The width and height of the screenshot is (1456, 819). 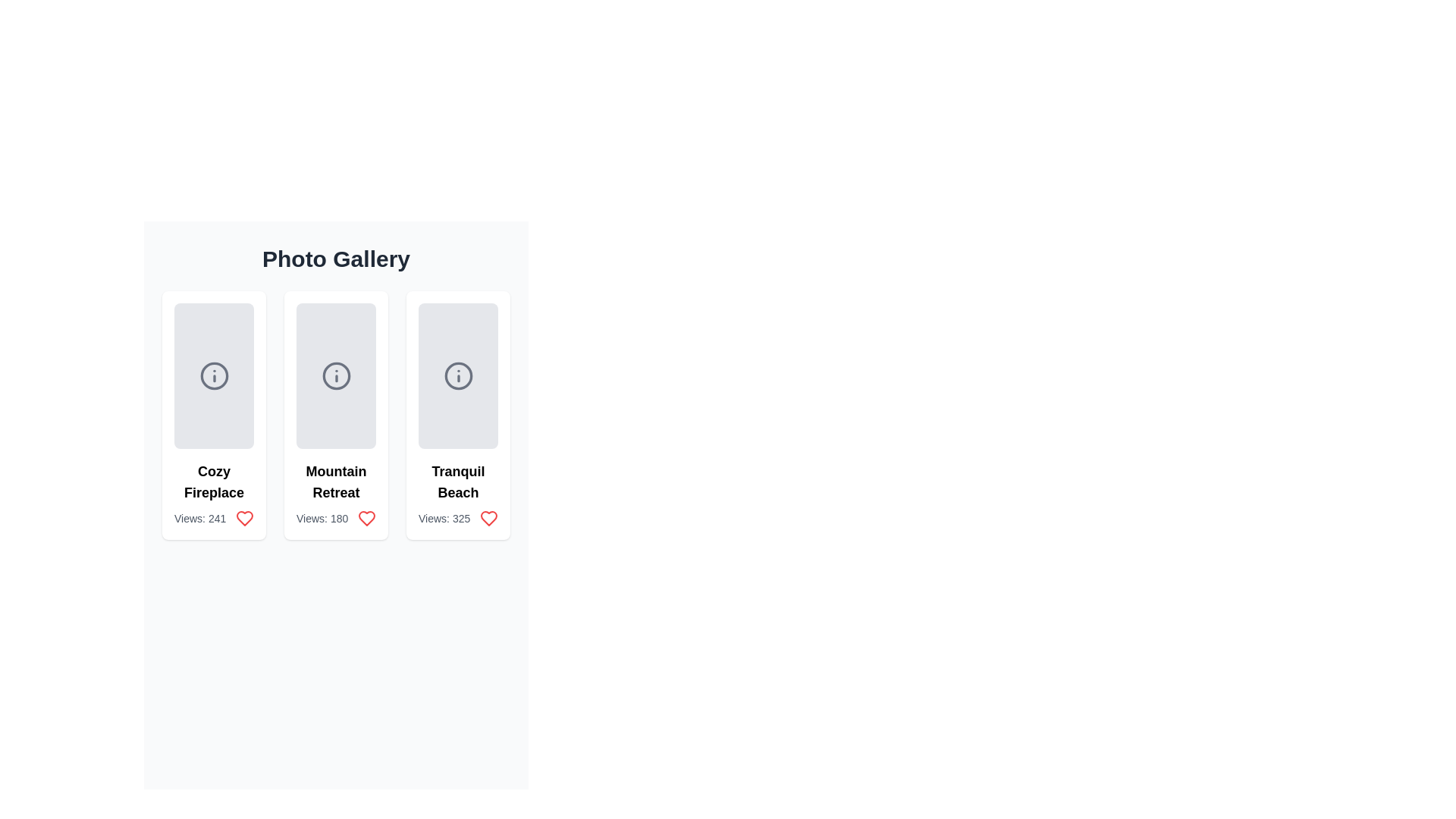 I want to click on the information icon within the 'Tranquil Beach' card in the 'Photo Gallery', which is a circular component with a border, so click(x=457, y=375).